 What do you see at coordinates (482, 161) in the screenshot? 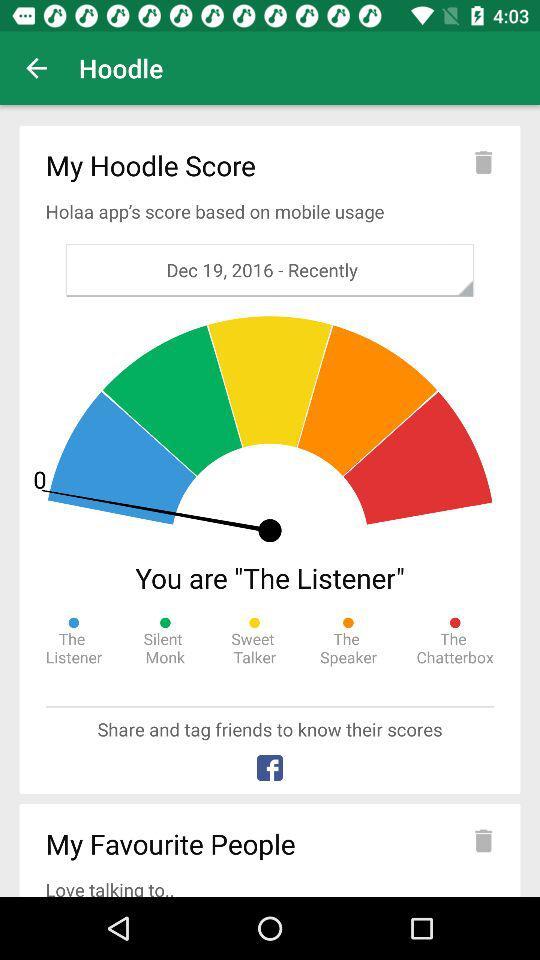
I see `delete current score` at bounding box center [482, 161].